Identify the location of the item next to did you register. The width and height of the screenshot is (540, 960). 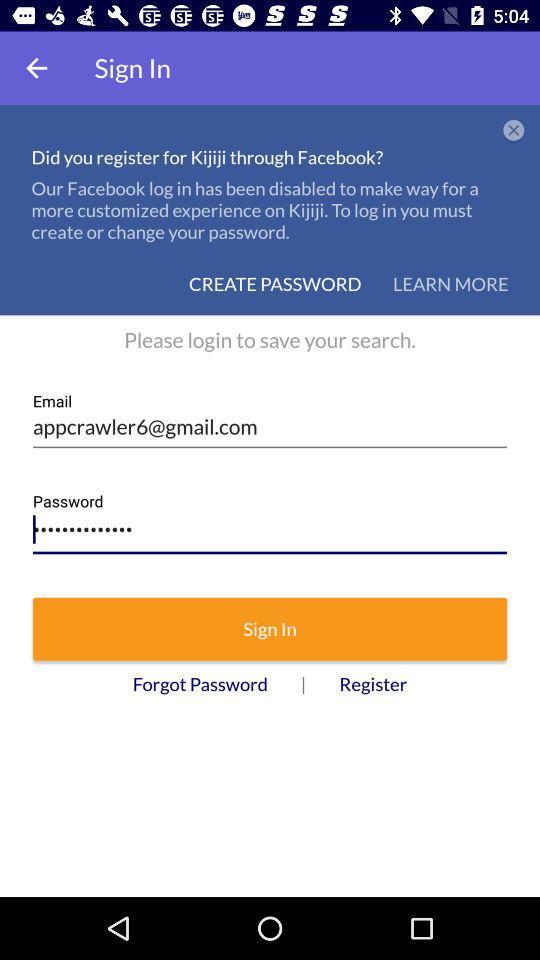
(513, 130).